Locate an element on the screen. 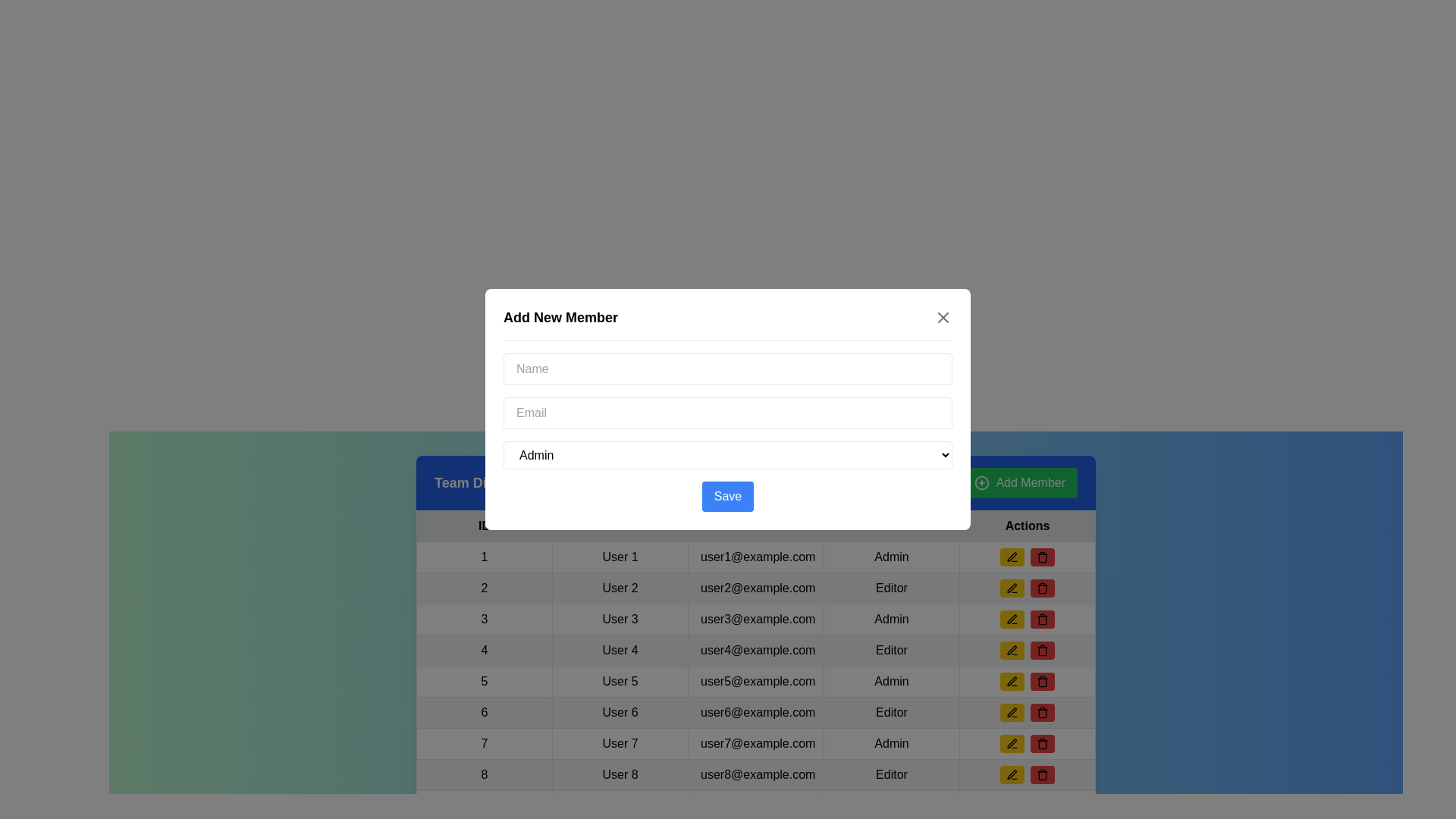 The image size is (1456, 819). the trash can icon within the red rounded rectangular button in the 'Actions' column of the data table is located at coordinates (1041, 649).